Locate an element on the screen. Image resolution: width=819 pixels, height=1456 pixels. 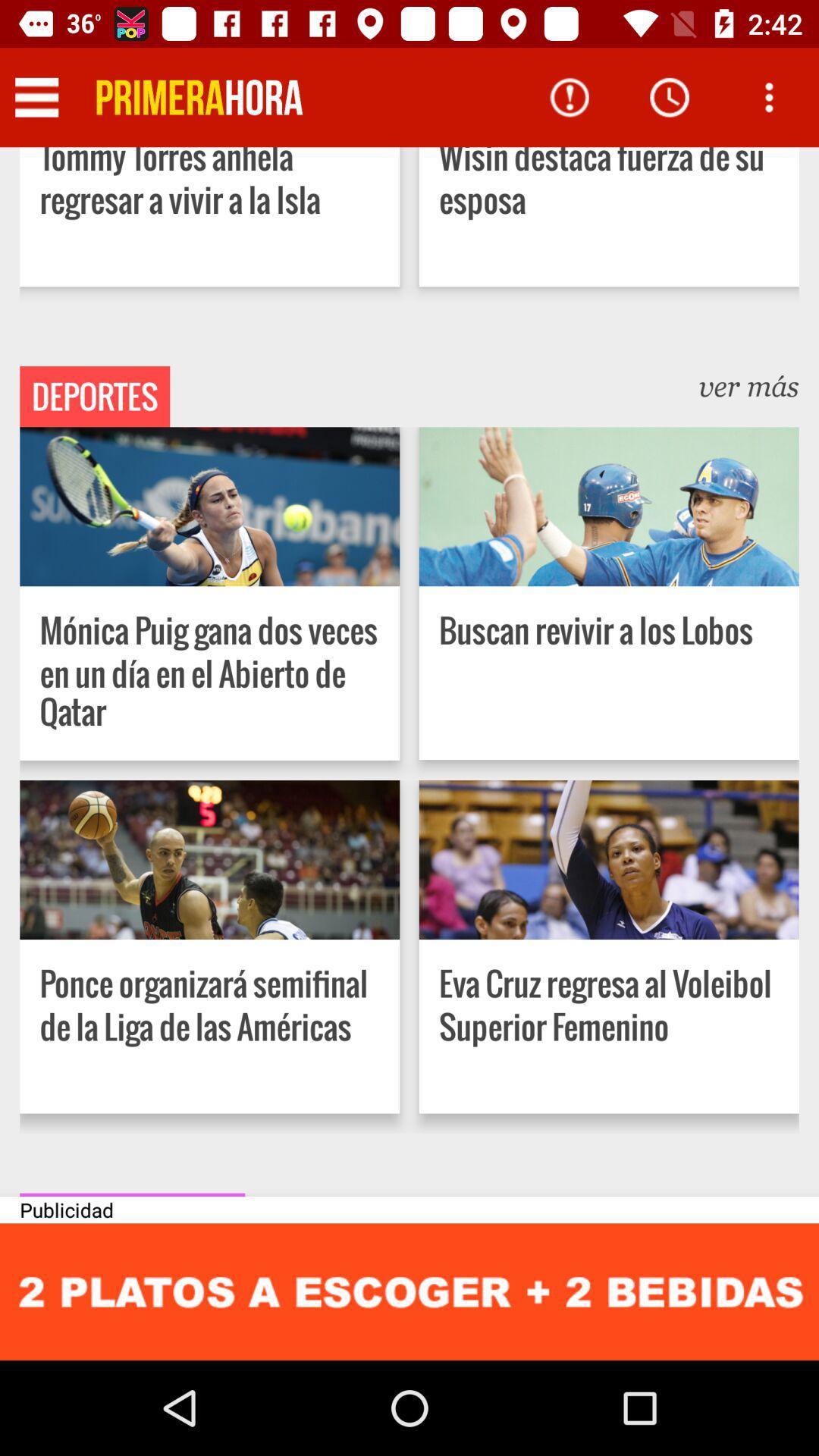
the deportes icon is located at coordinates (95, 397).